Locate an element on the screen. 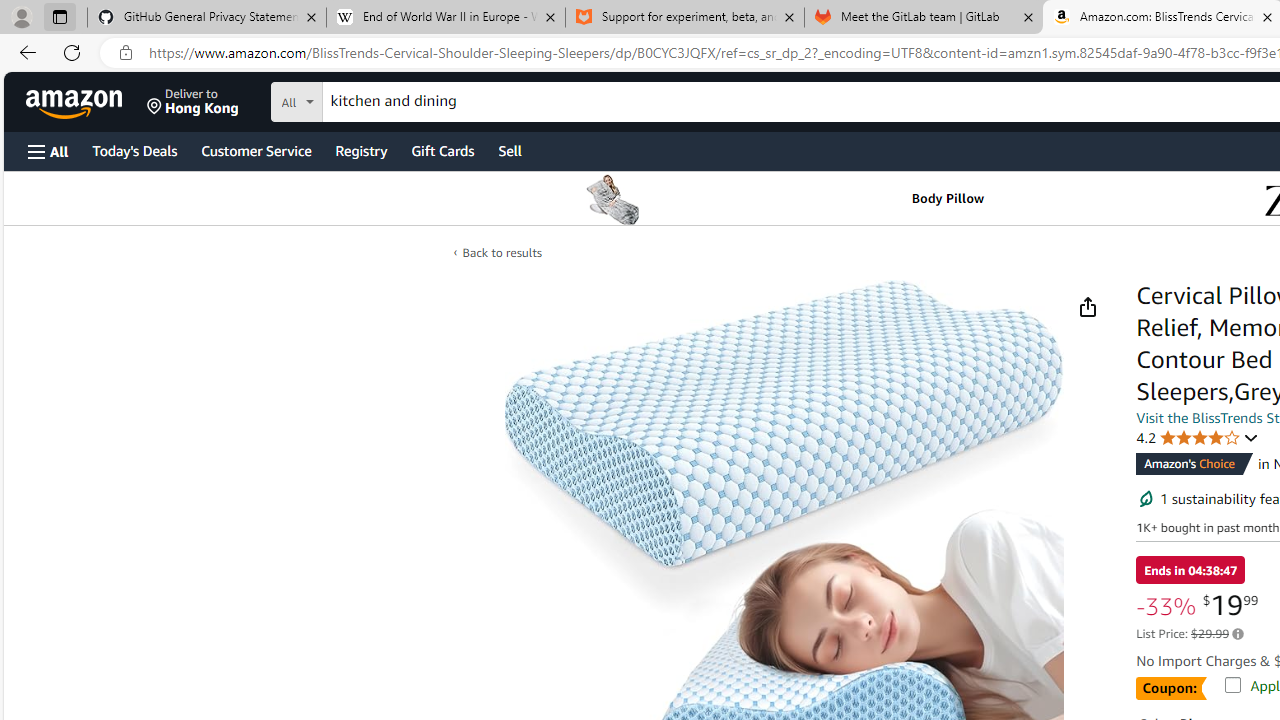 The image size is (1280, 720). 'Apply 20% coupon Shop items | Terms' is located at coordinates (1224, 680).